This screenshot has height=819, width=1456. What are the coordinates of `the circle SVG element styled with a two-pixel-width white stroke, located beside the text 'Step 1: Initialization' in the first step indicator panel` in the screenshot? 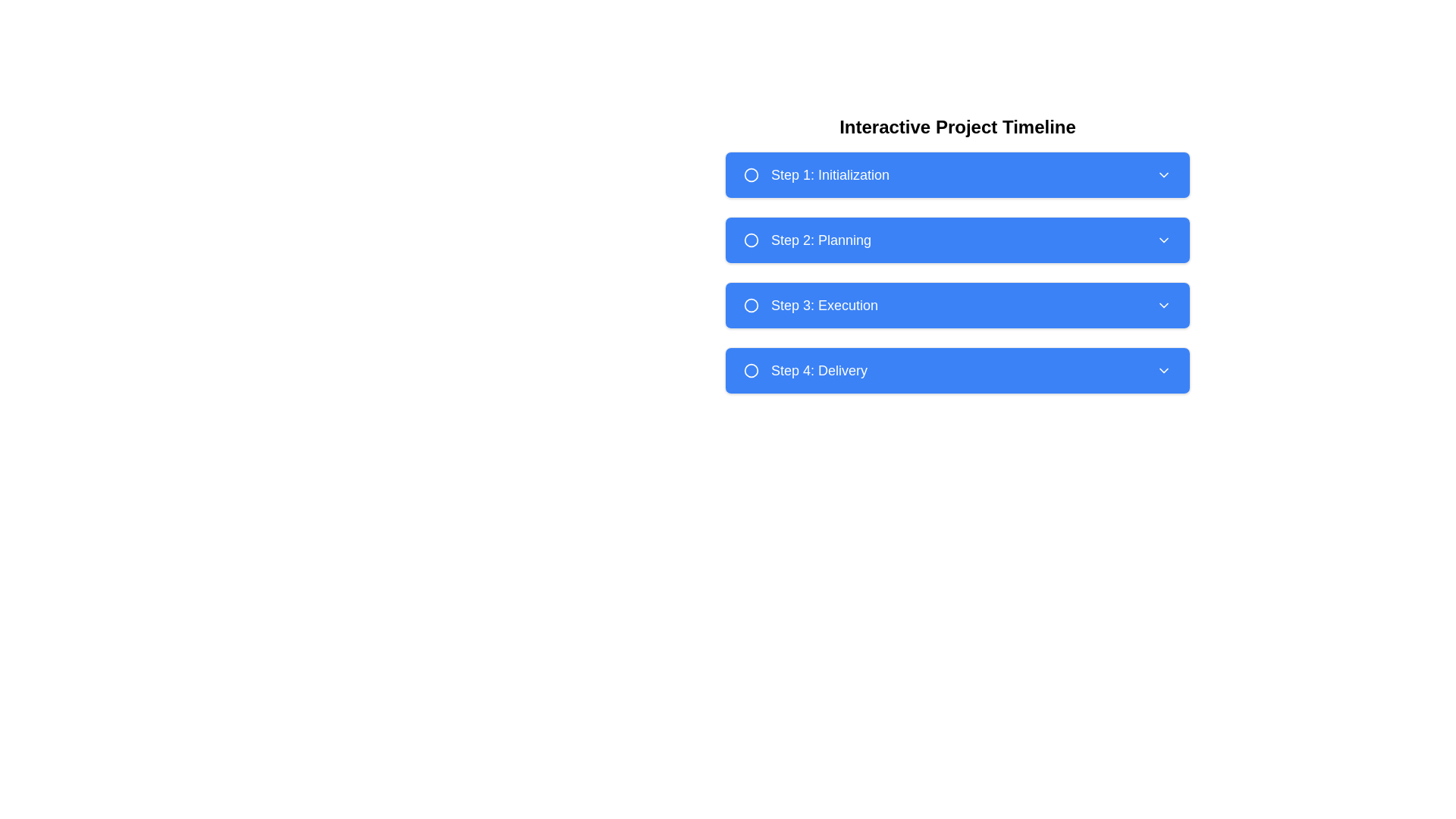 It's located at (751, 174).